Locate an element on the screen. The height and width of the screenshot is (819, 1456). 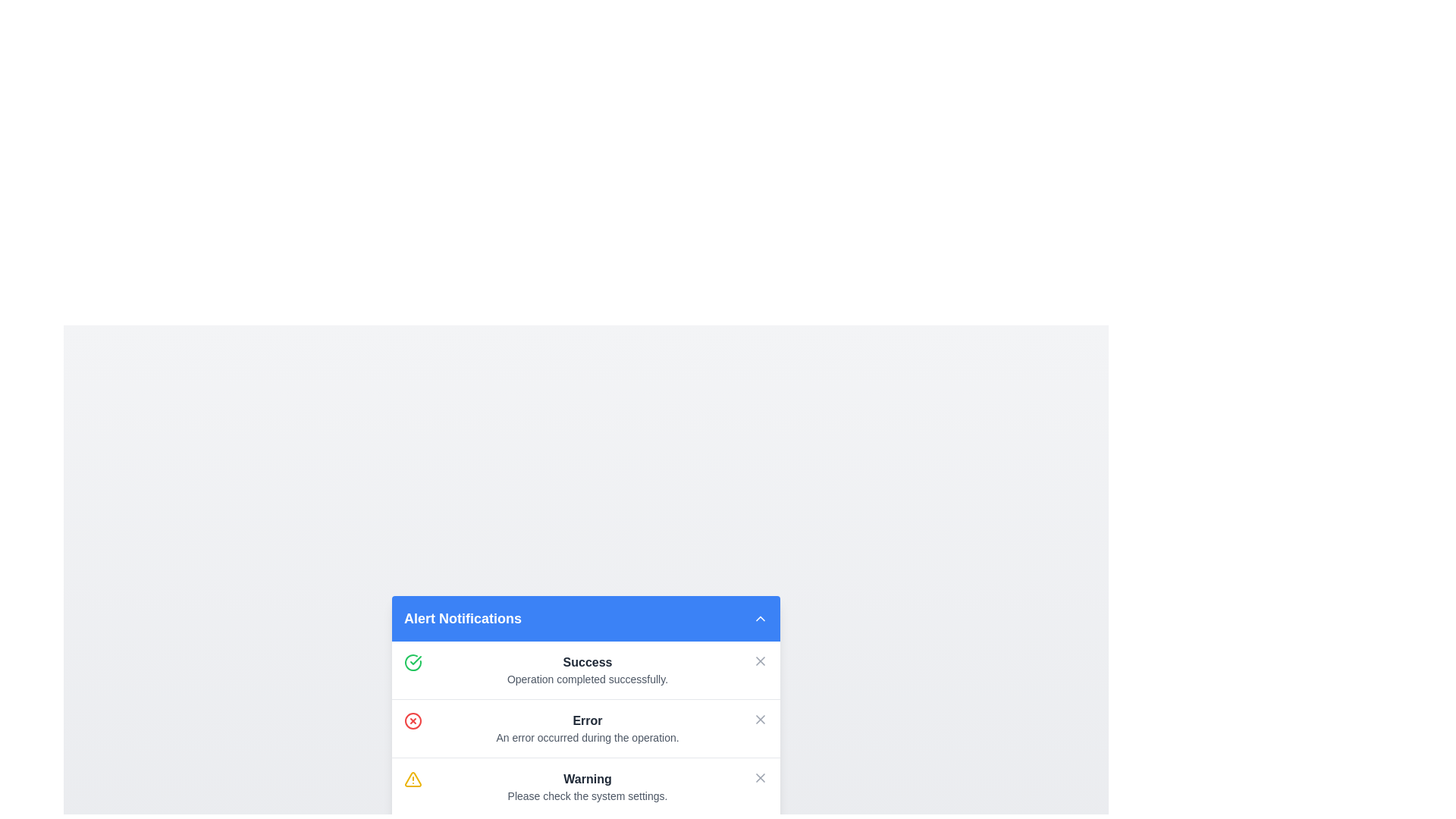
title 'Success' and the description 'Operation completed successfully.' from the Notification item located in the middle of the notification list section under the blue header 'Alert Notifications.' is located at coordinates (586, 669).